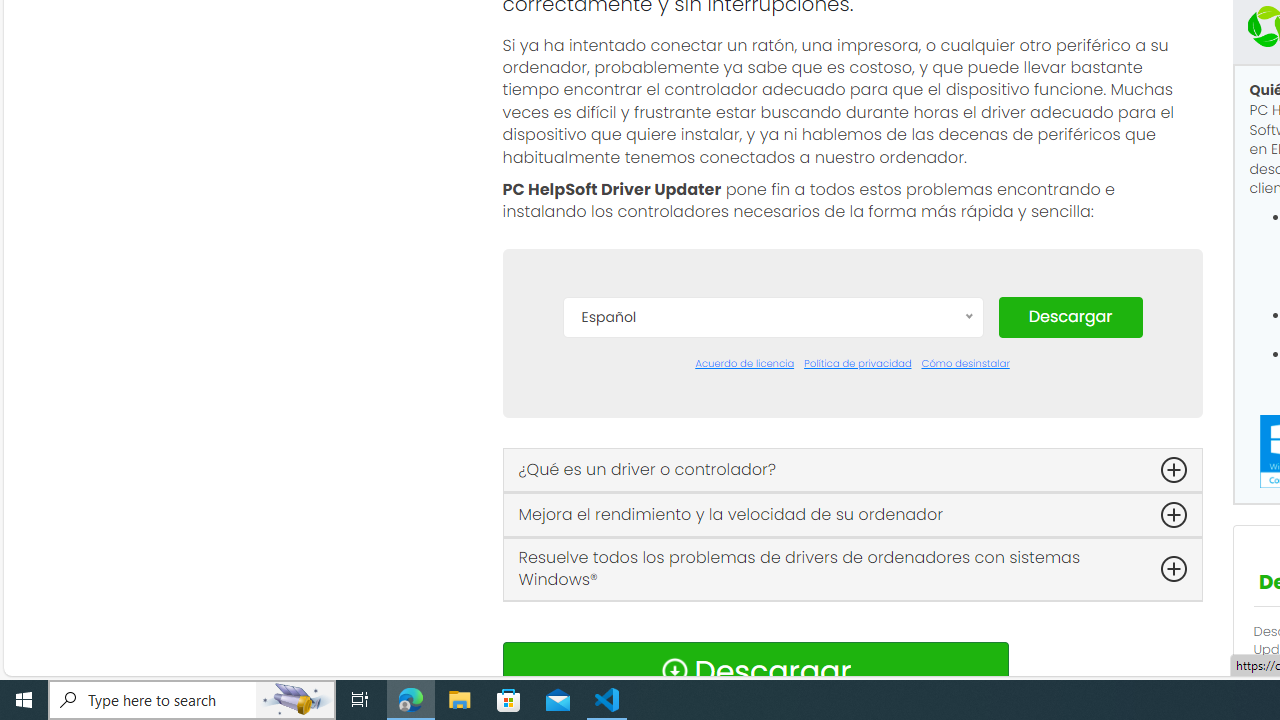  Describe the element at coordinates (754, 671) in the screenshot. I see `'Download Icon Descargar'` at that location.